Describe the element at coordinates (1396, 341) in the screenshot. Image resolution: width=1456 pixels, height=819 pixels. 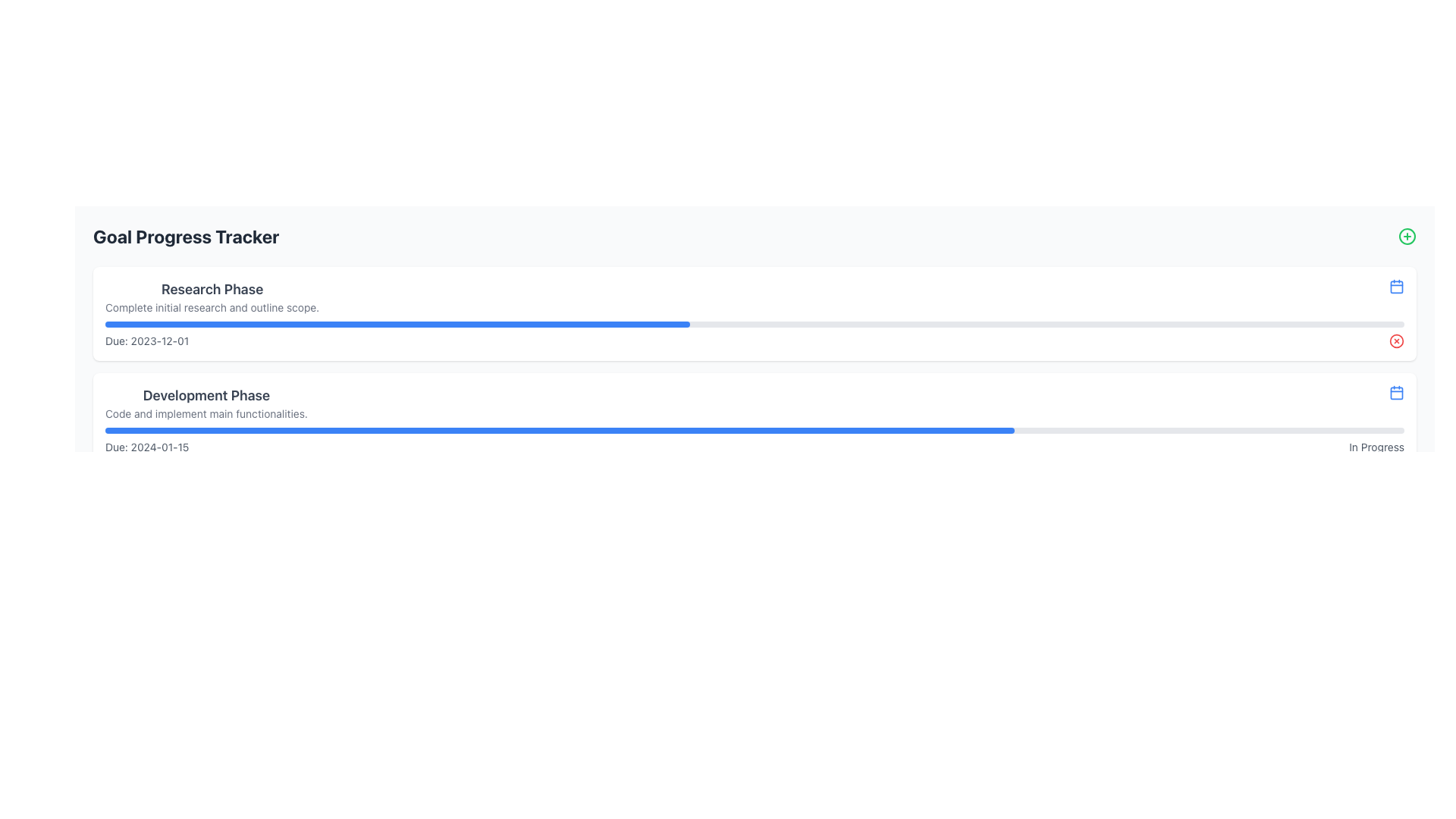
I see `the circular red 'X' icon with a modern design located in the 'Due: 2023-12-01' section of the 'Research Phase' task in the 'Goal Progress Tracker'` at that location.